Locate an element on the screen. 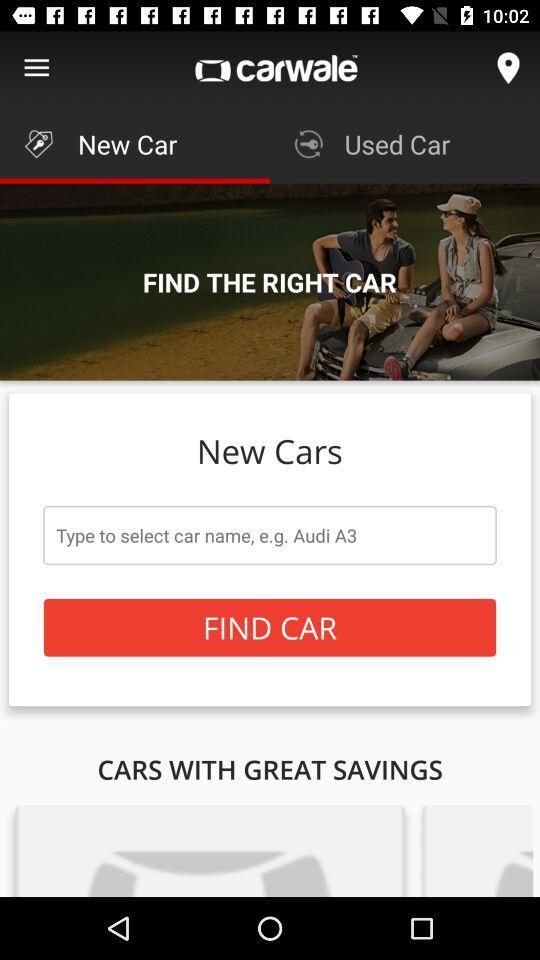  instead of three line symbol it can be menu option is located at coordinates (36, 68).